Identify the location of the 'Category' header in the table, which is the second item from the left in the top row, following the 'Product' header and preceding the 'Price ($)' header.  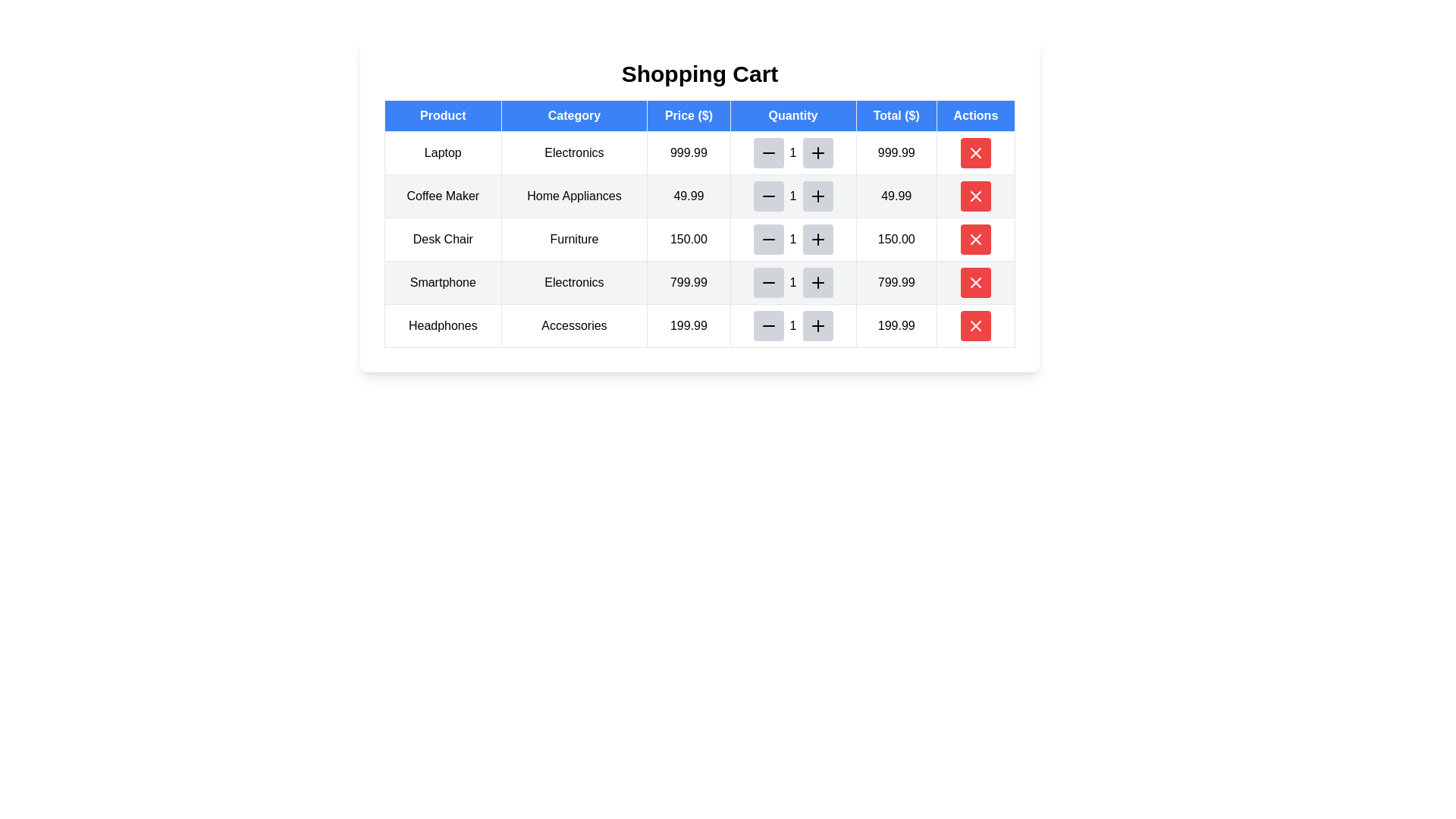
(573, 115).